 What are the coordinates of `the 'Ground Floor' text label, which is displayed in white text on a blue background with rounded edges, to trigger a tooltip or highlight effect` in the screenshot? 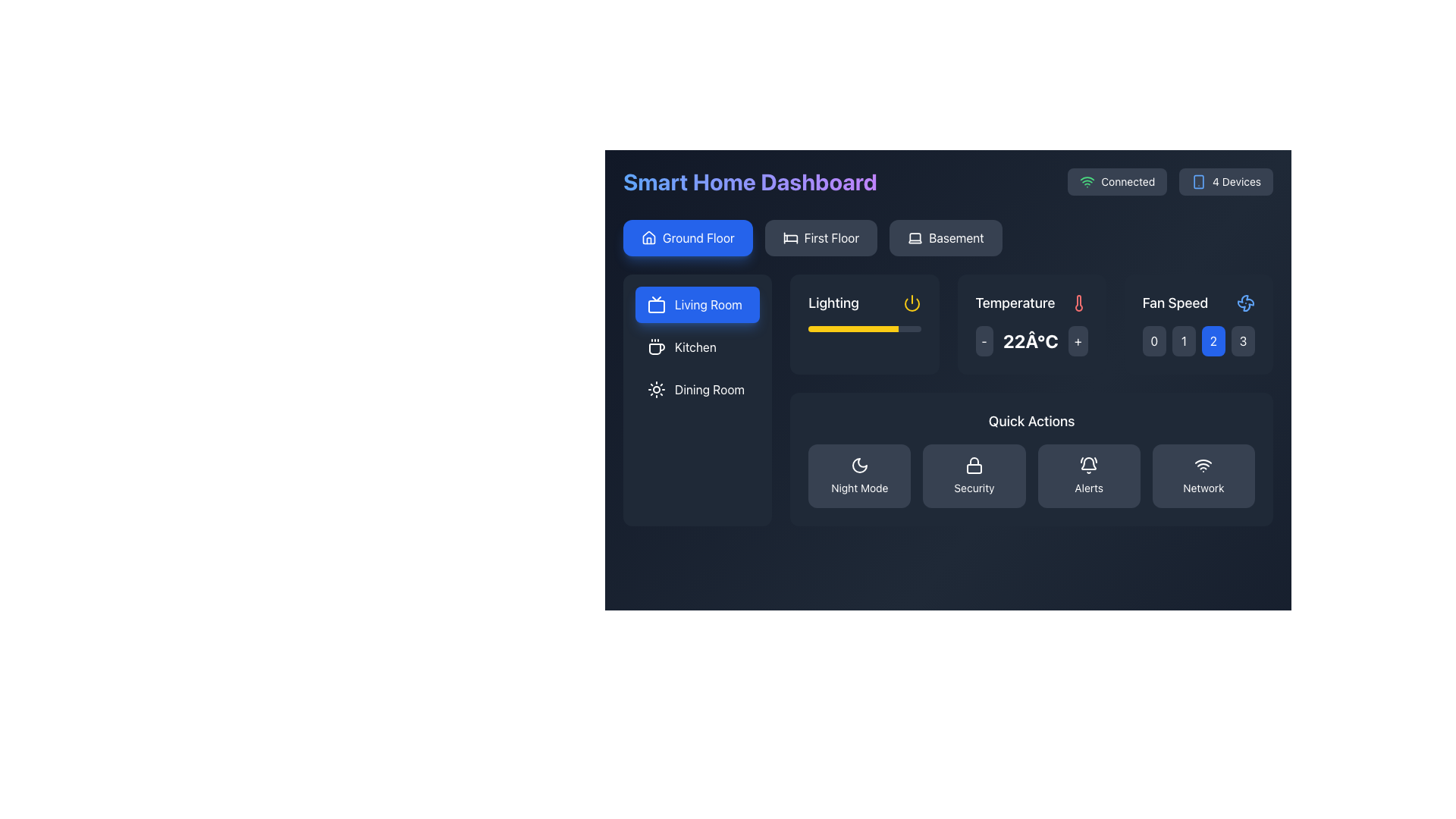 It's located at (698, 237).